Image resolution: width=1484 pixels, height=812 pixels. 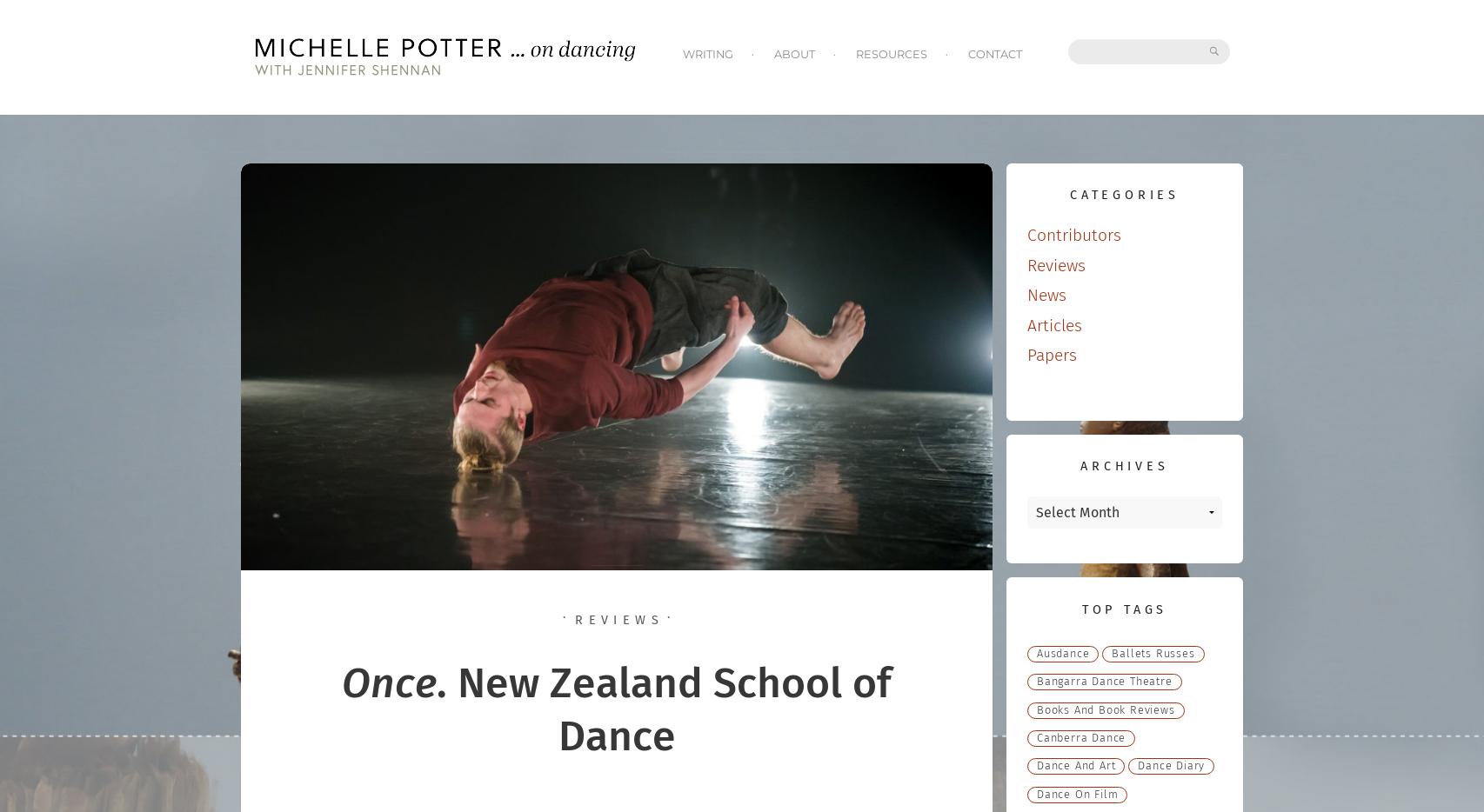 What do you see at coordinates (1054, 324) in the screenshot?
I see `'Articles'` at bounding box center [1054, 324].